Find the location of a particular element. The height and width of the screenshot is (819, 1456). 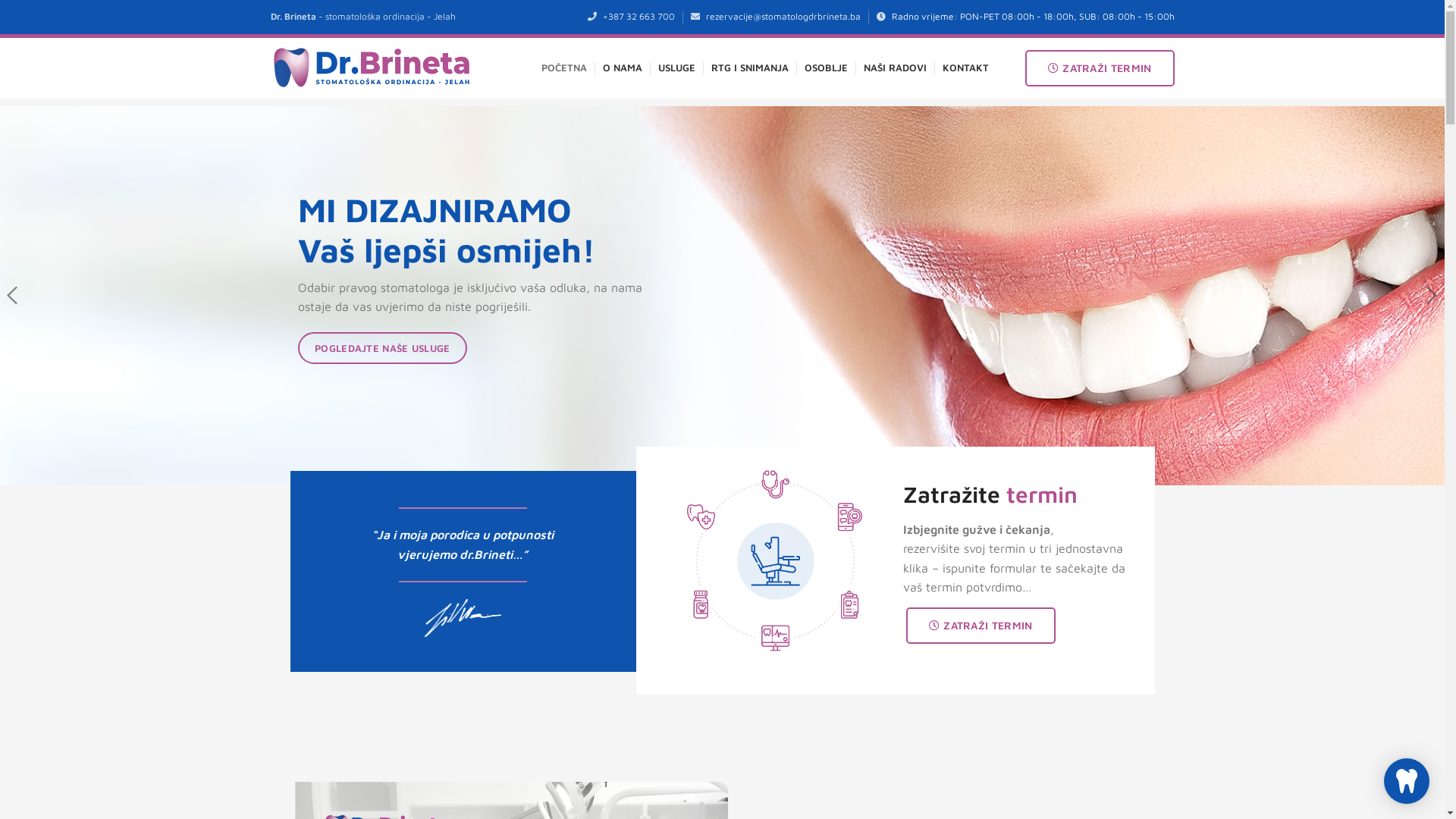

'OSOBLJE' is located at coordinates (825, 67).